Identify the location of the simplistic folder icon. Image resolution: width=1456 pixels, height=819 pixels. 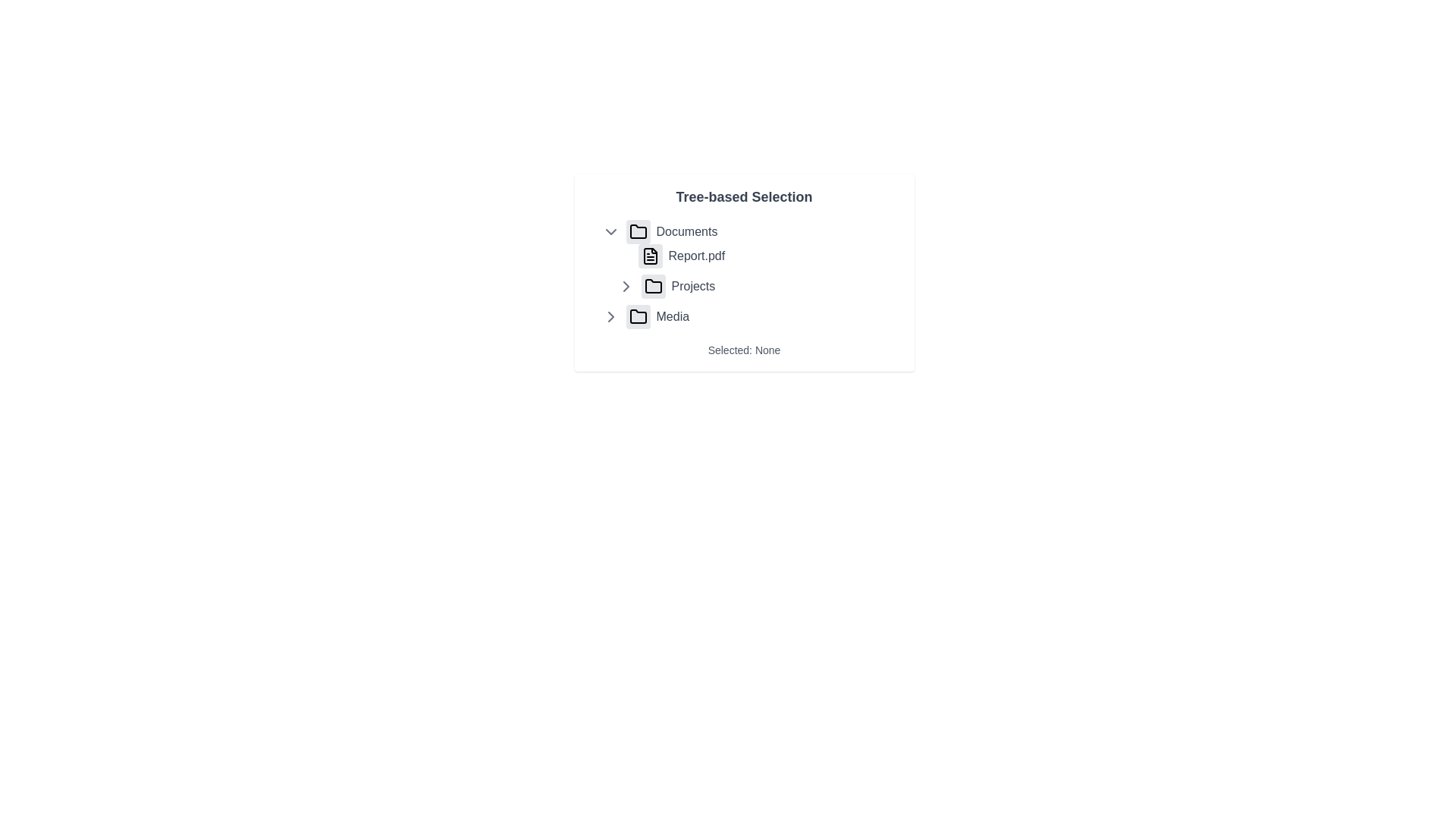
(638, 231).